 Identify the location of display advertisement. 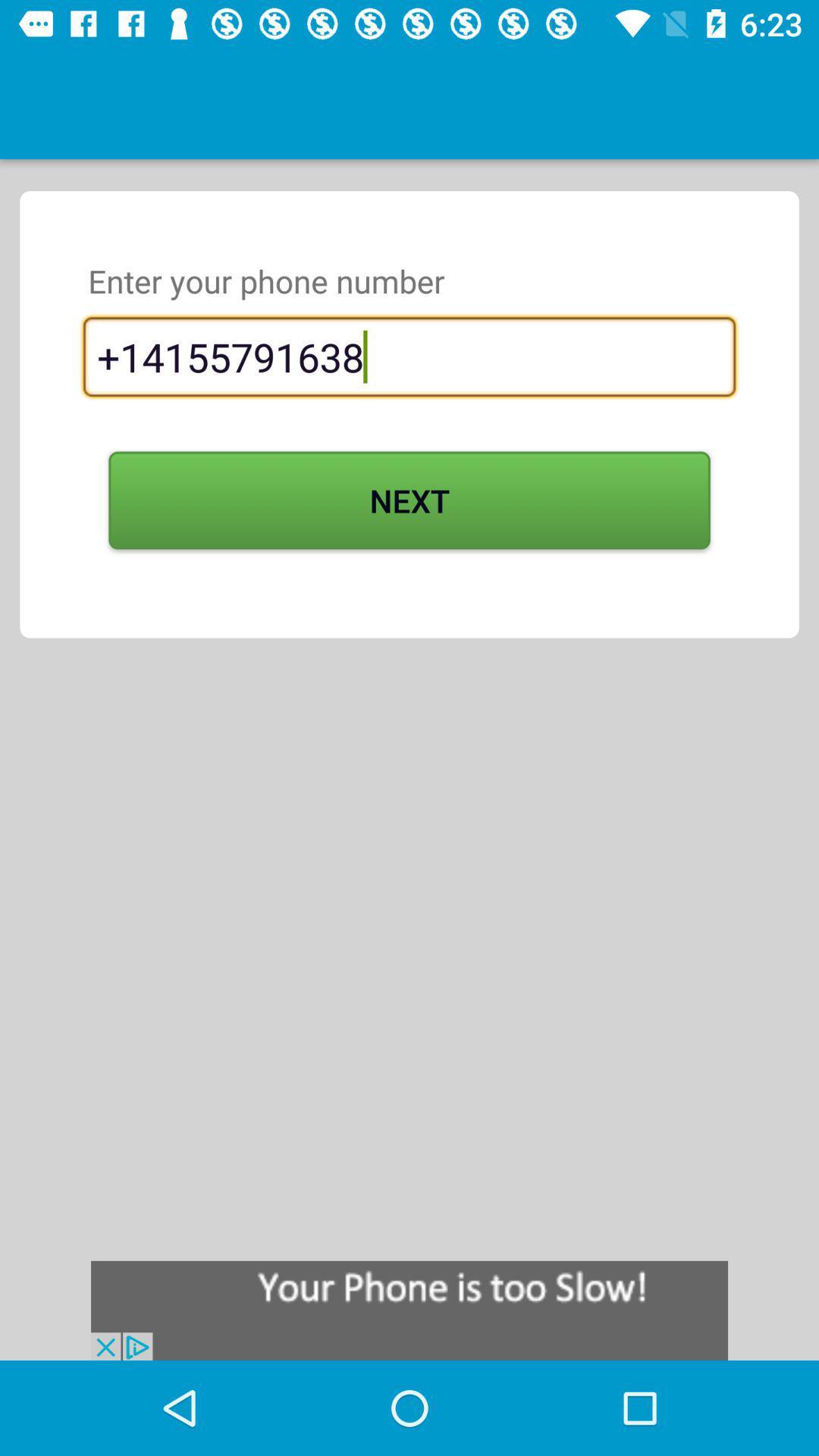
(409, 1310).